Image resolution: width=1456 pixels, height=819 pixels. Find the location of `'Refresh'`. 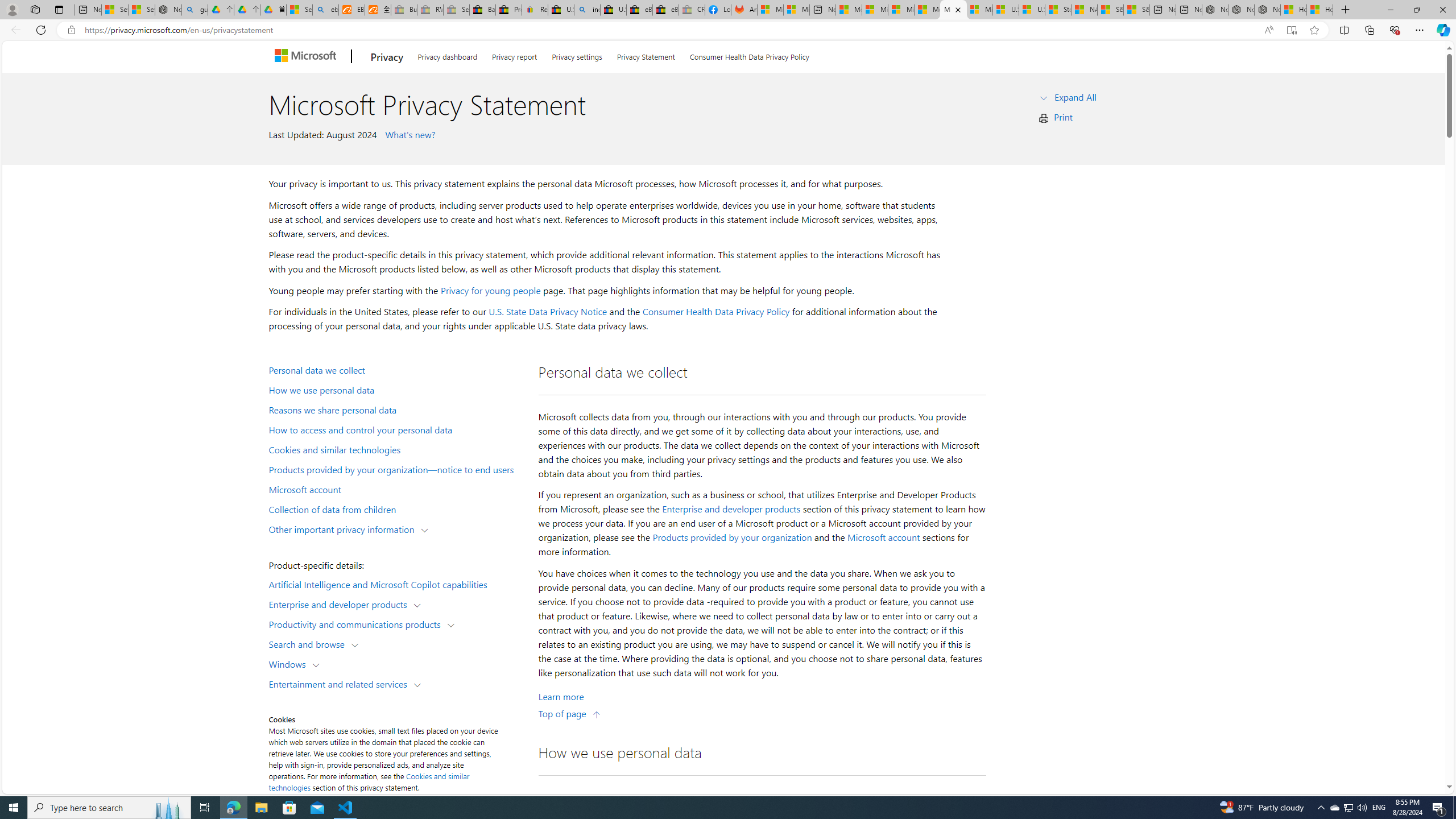

'Refresh' is located at coordinates (40, 29).